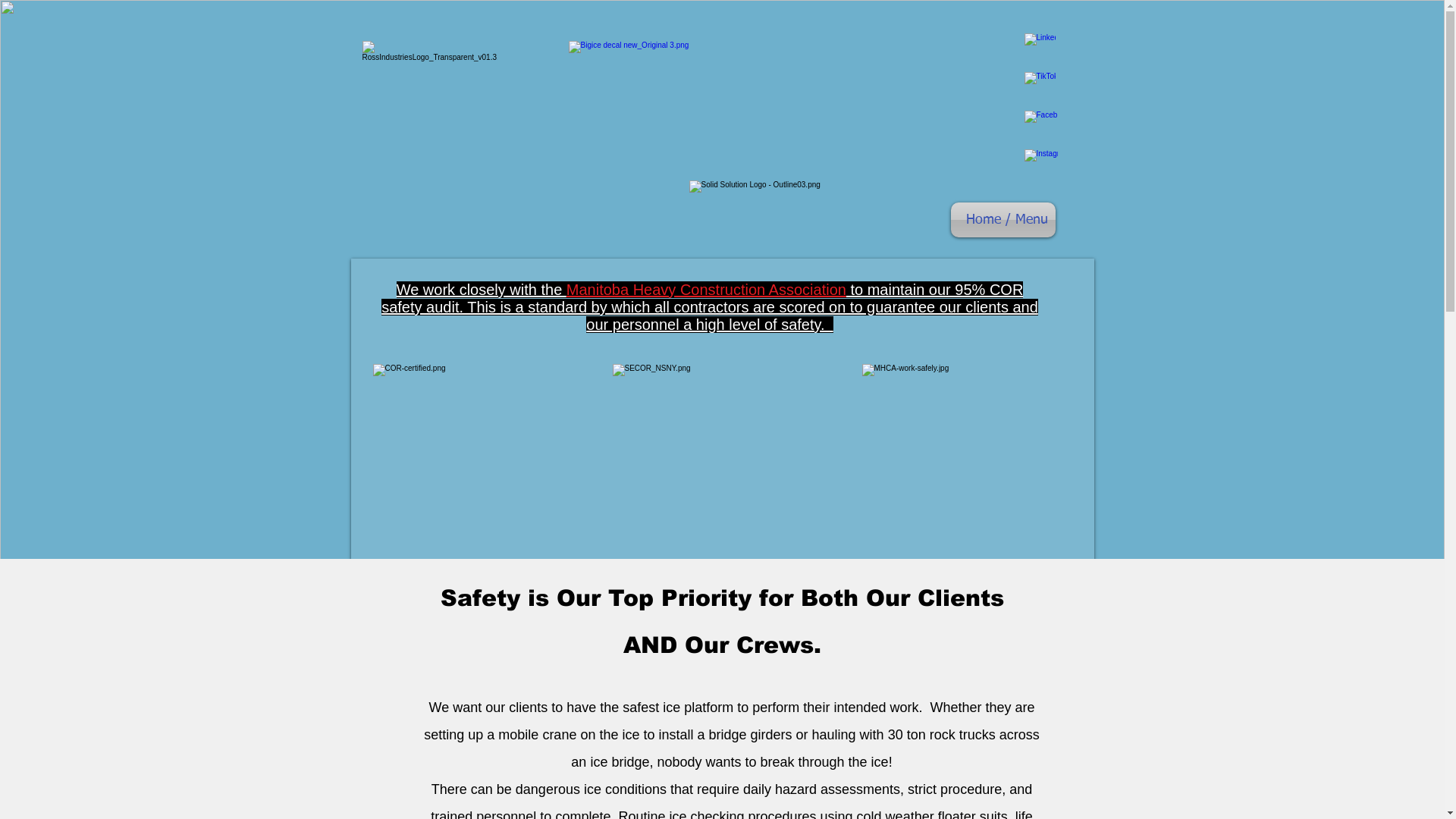 This screenshot has width=1456, height=819. Describe the element at coordinates (767, 209) in the screenshot. I see `'Solid Solution Logo - refined_Transparen'` at that location.